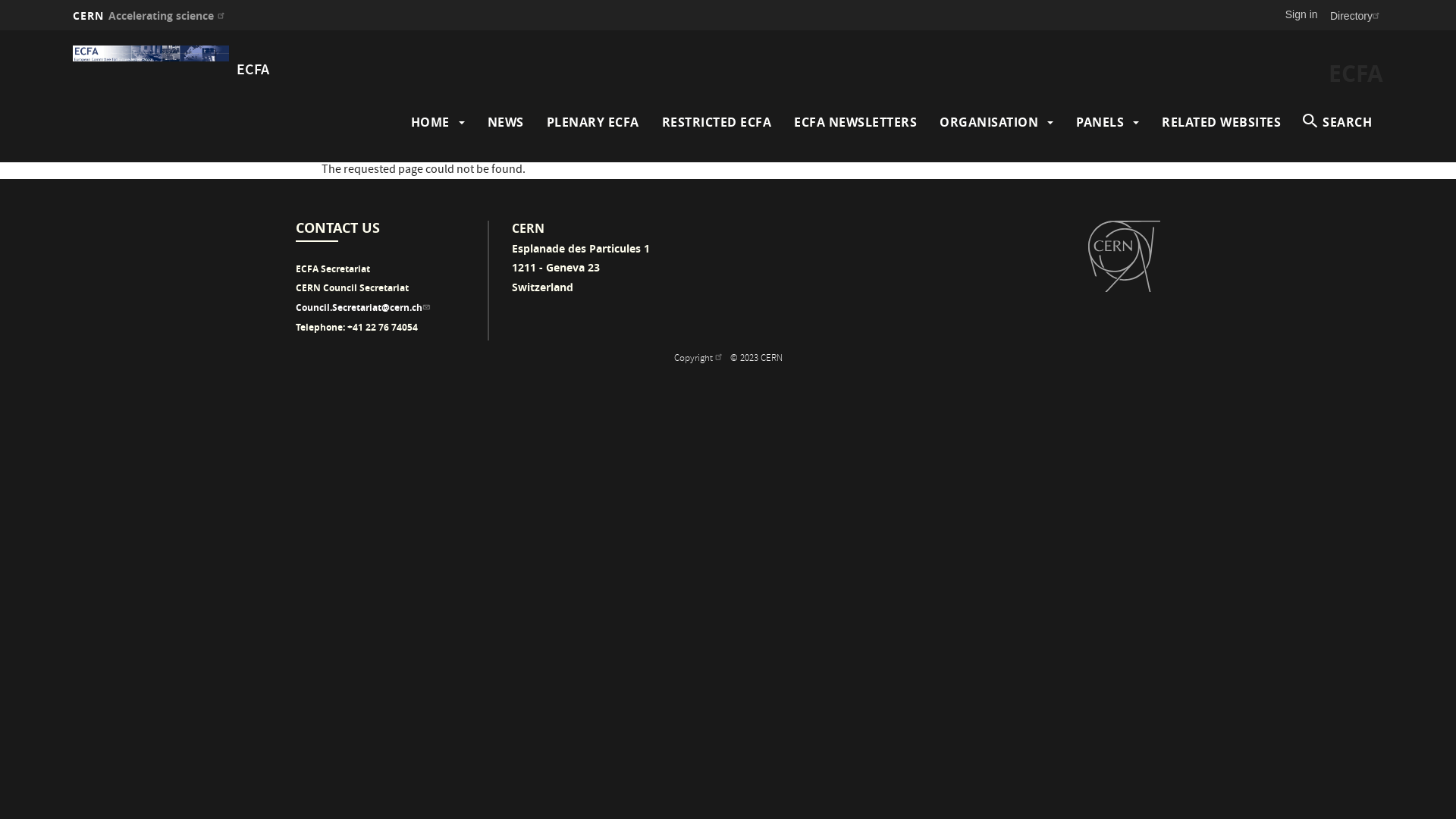 The width and height of the screenshot is (1456, 819). What do you see at coordinates (698, 359) in the screenshot?
I see `'Copyright (link is external)'` at bounding box center [698, 359].